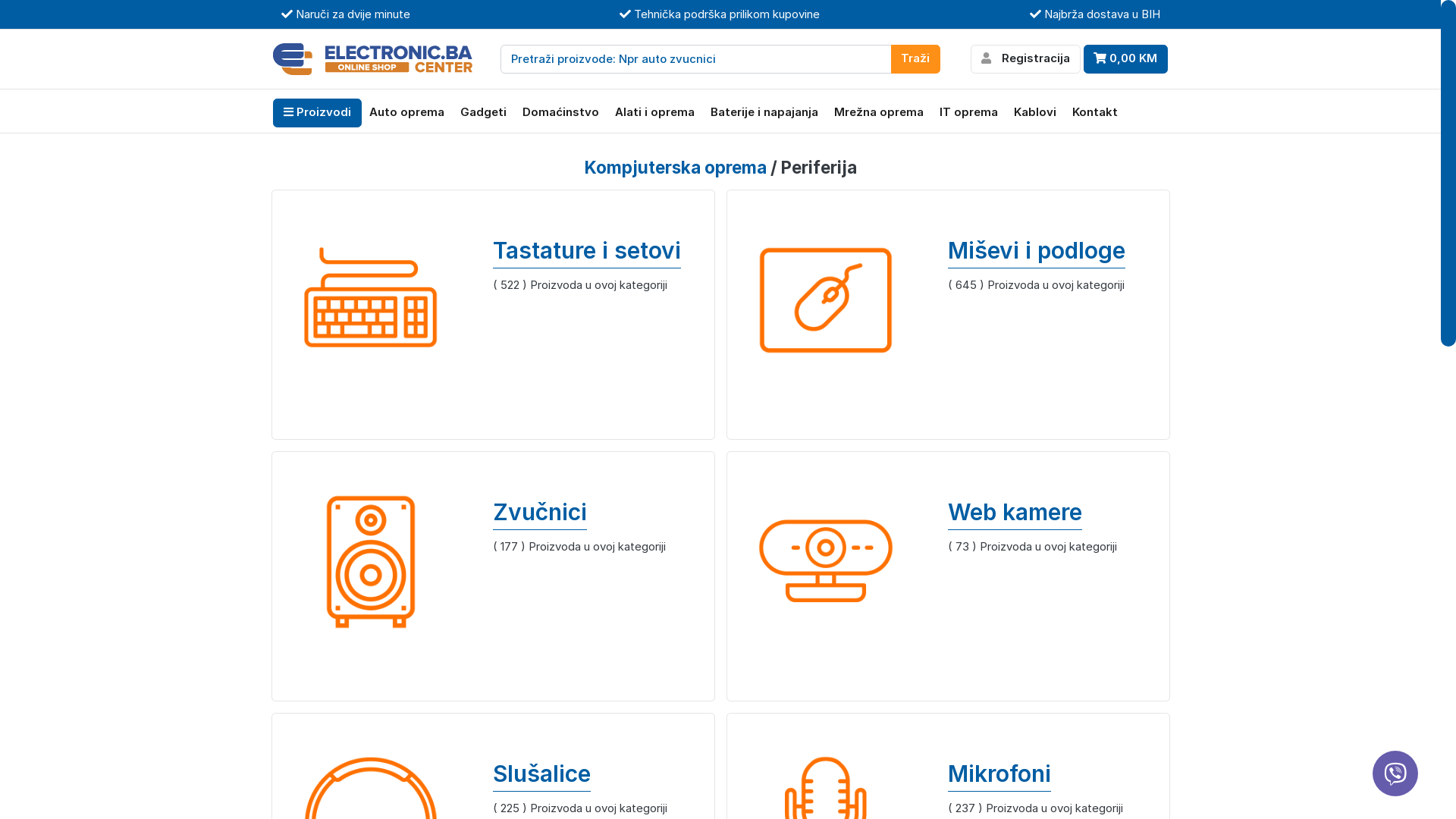 Image resolution: width=1456 pixels, height=819 pixels. What do you see at coordinates (1082, 58) in the screenshot?
I see `'0,00 KM'` at bounding box center [1082, 58].